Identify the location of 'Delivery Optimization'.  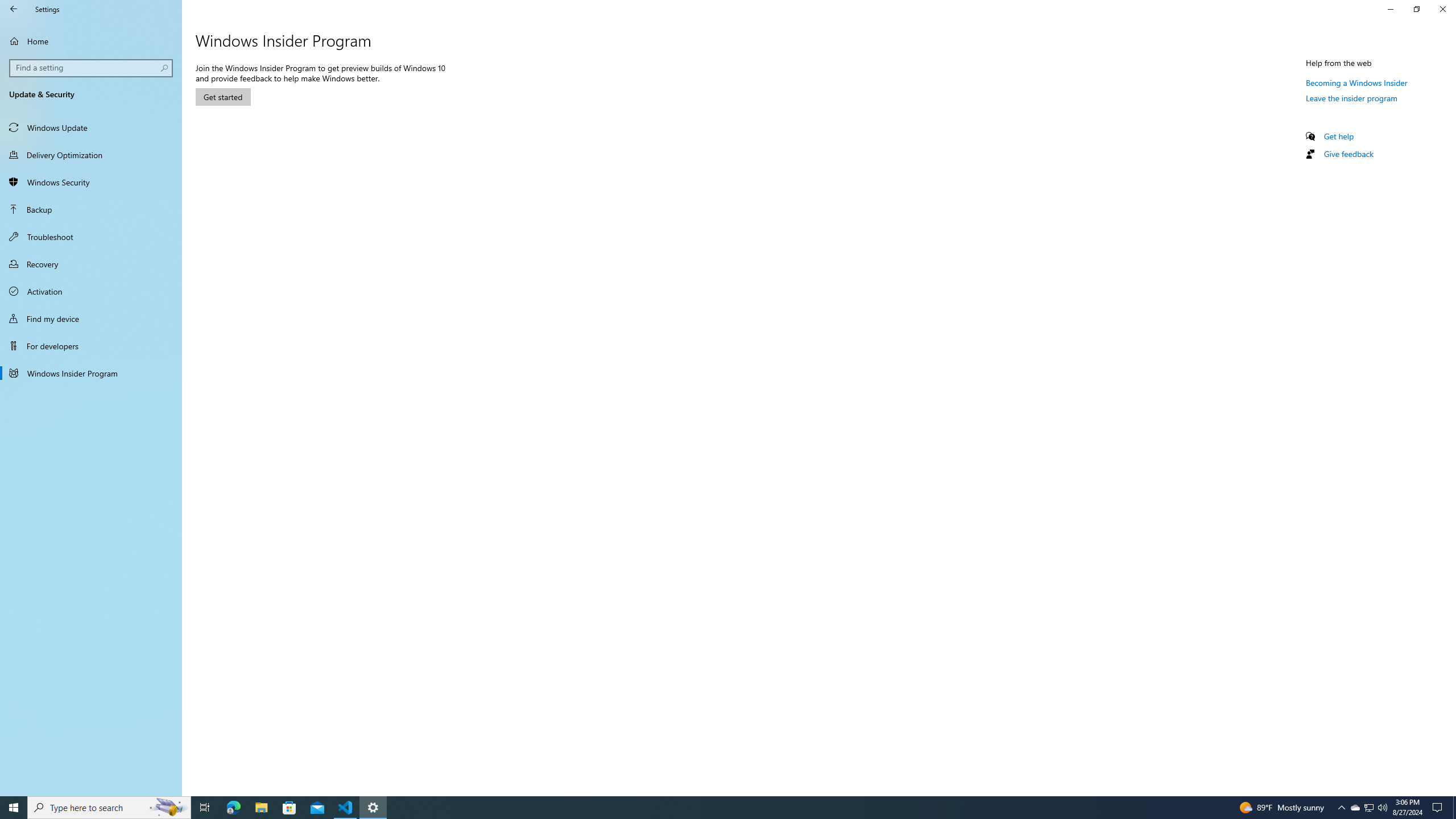
(90, 154).